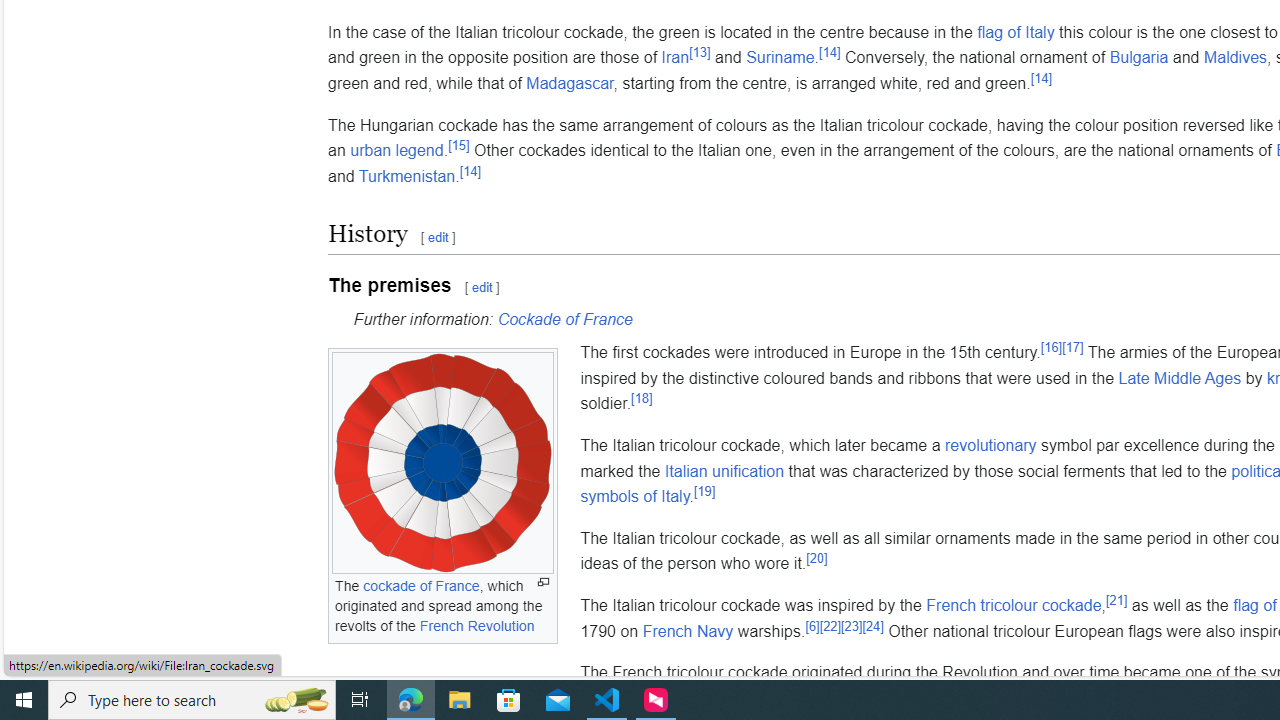  What do you see at coordinates (990, 444) in the screenshot?
I see `'revolutionary'` at bounding box center [990, 444].